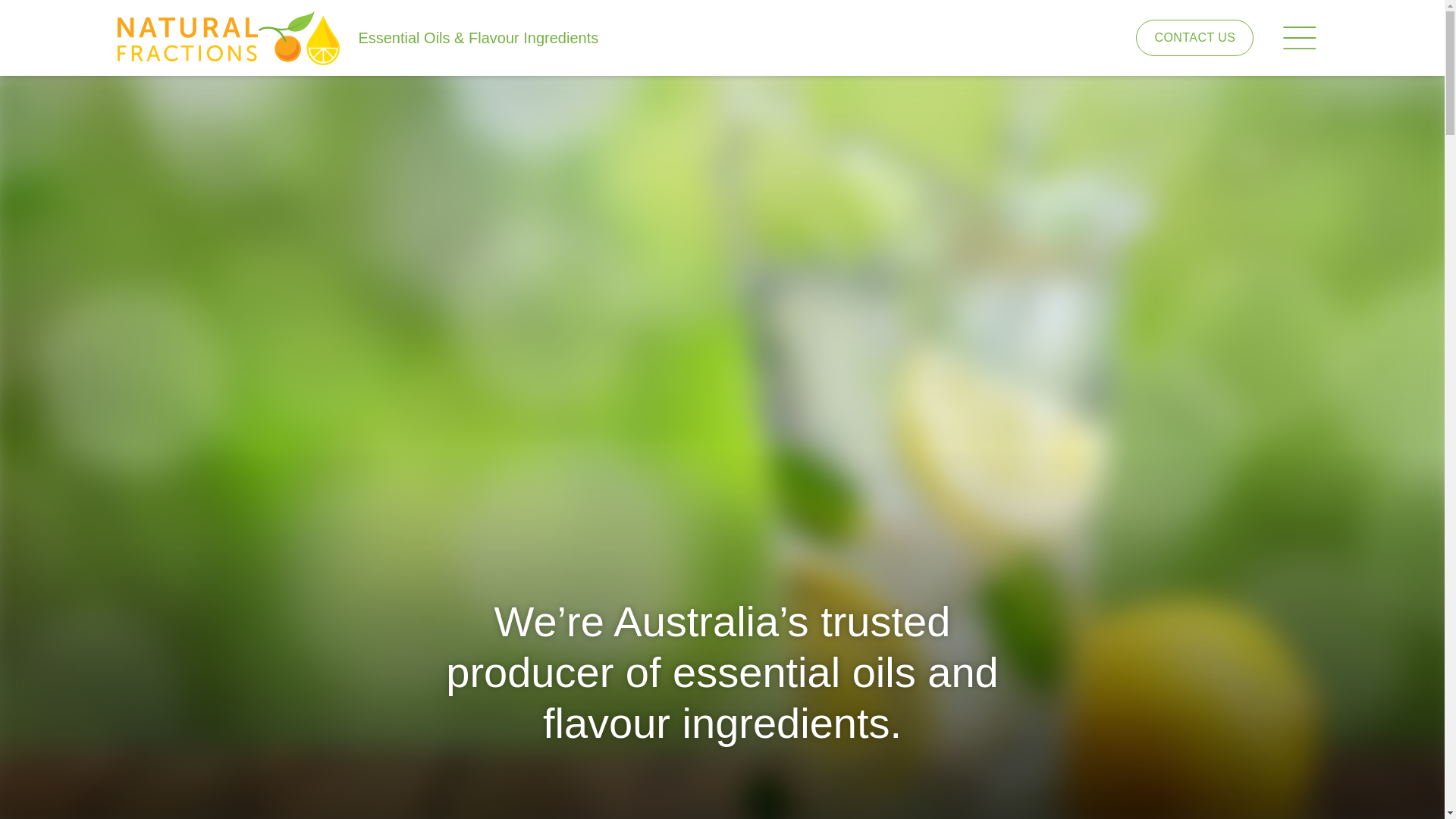  Describe the element at coordinates (1194, 36) in the screenshot. I see `'CONTACT US'` at that location.